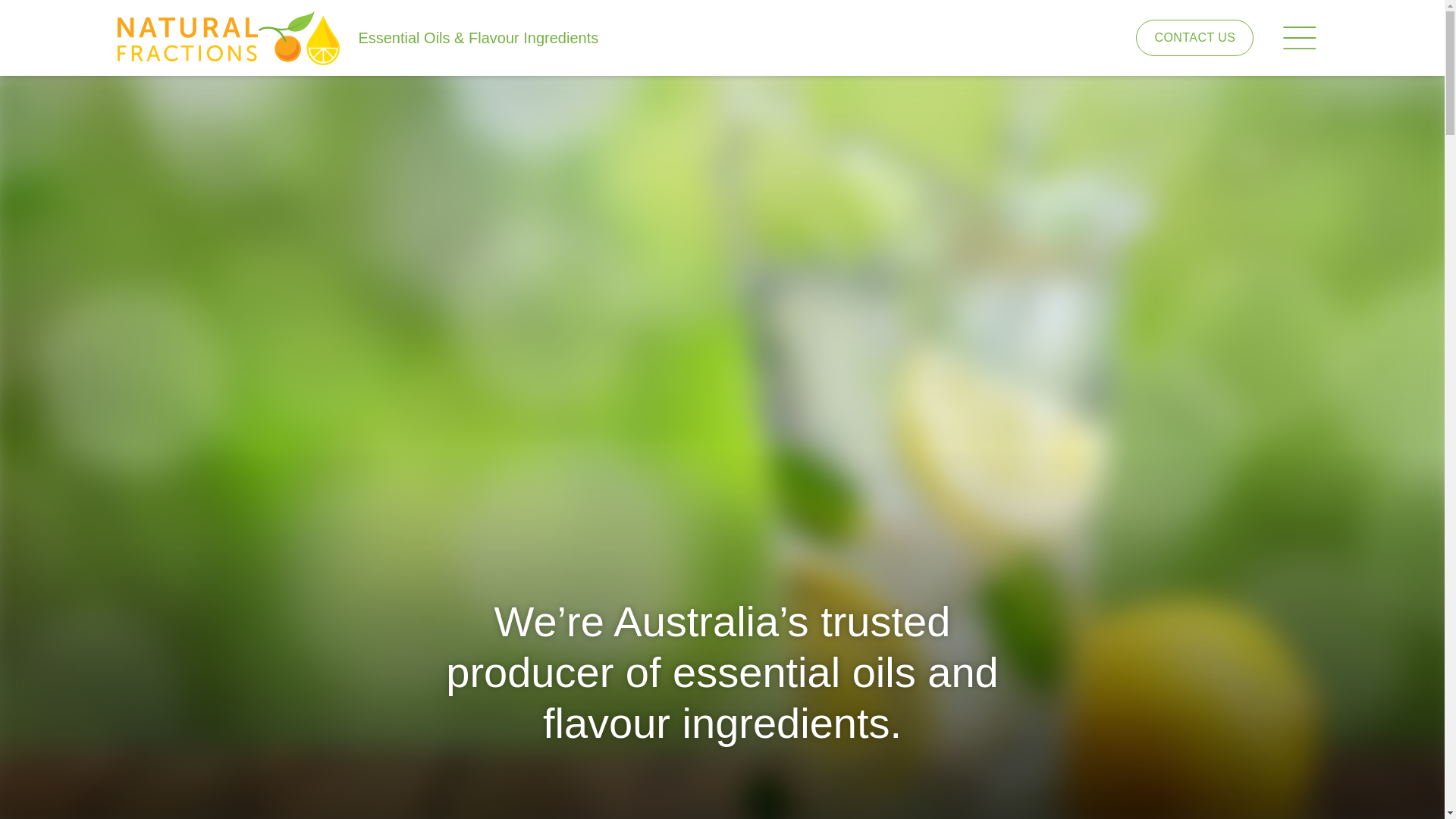  Describe the element at coordinates (1194, 36) in the screenshot. I see `'CONTACT US'` at that location.